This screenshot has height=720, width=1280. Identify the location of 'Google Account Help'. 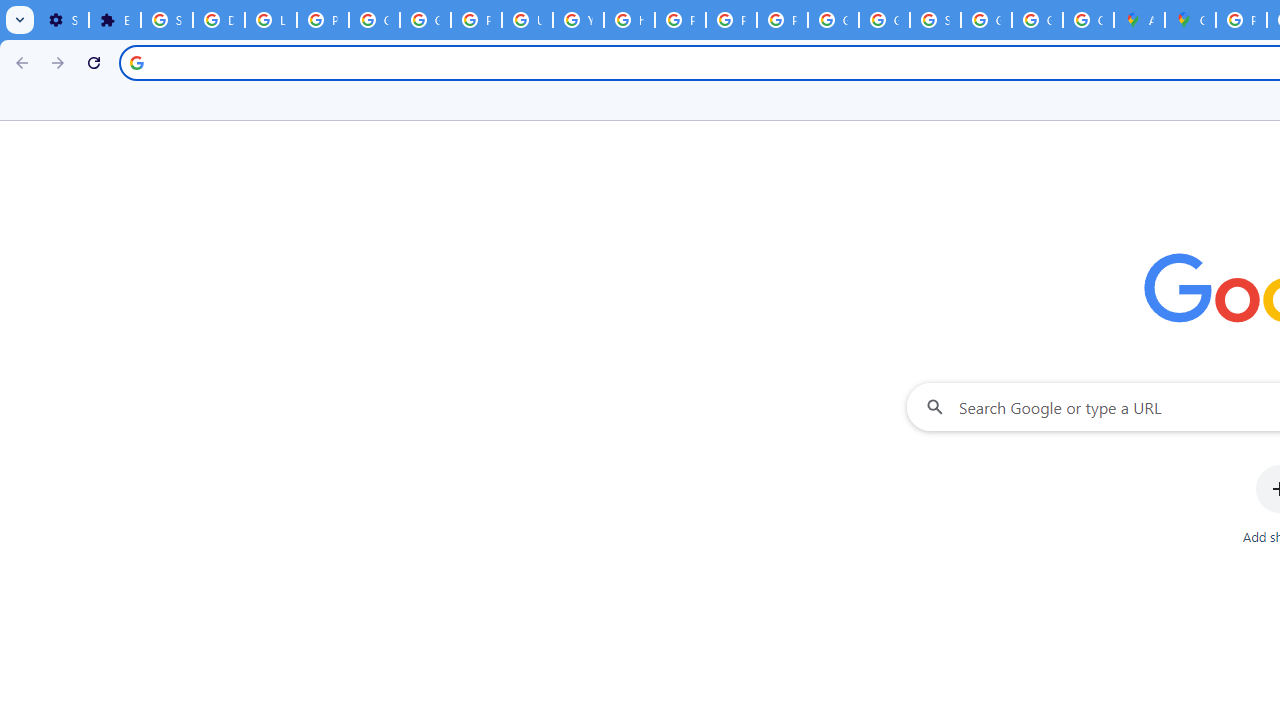
(423, 20).